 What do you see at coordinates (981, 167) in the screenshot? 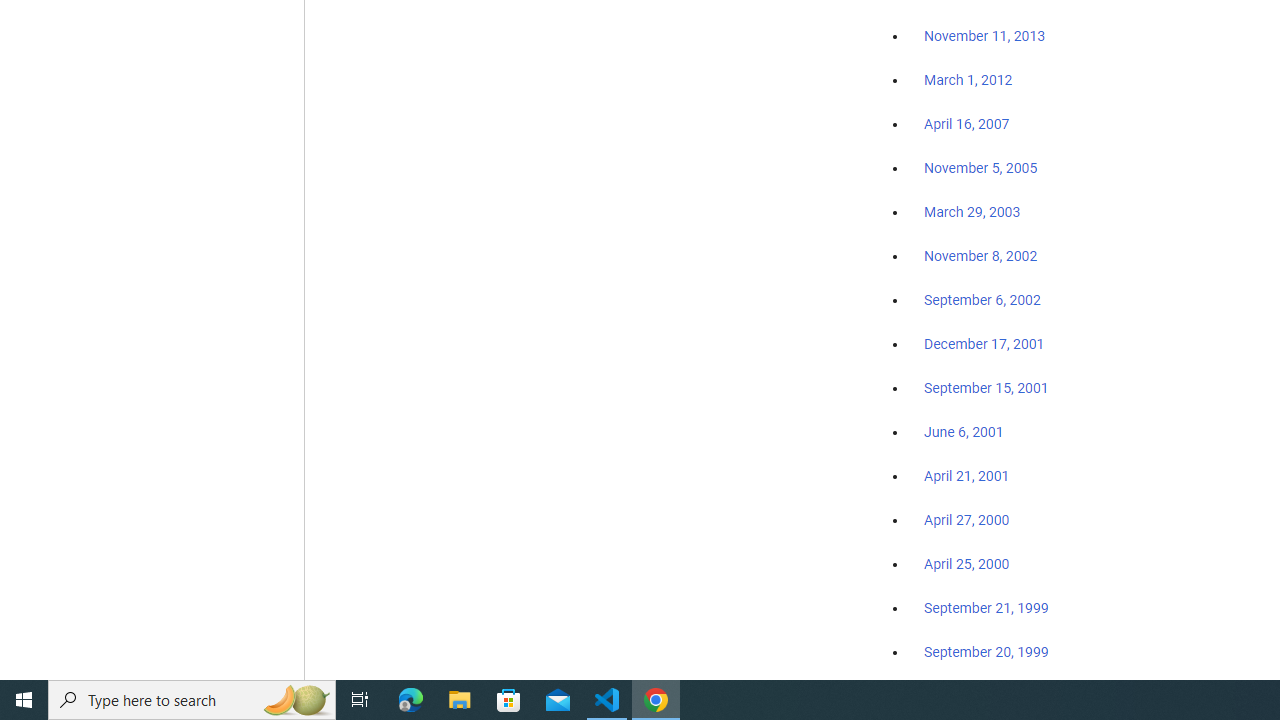
I see `'November 5, 2005'` at bounding box center [981, 167].